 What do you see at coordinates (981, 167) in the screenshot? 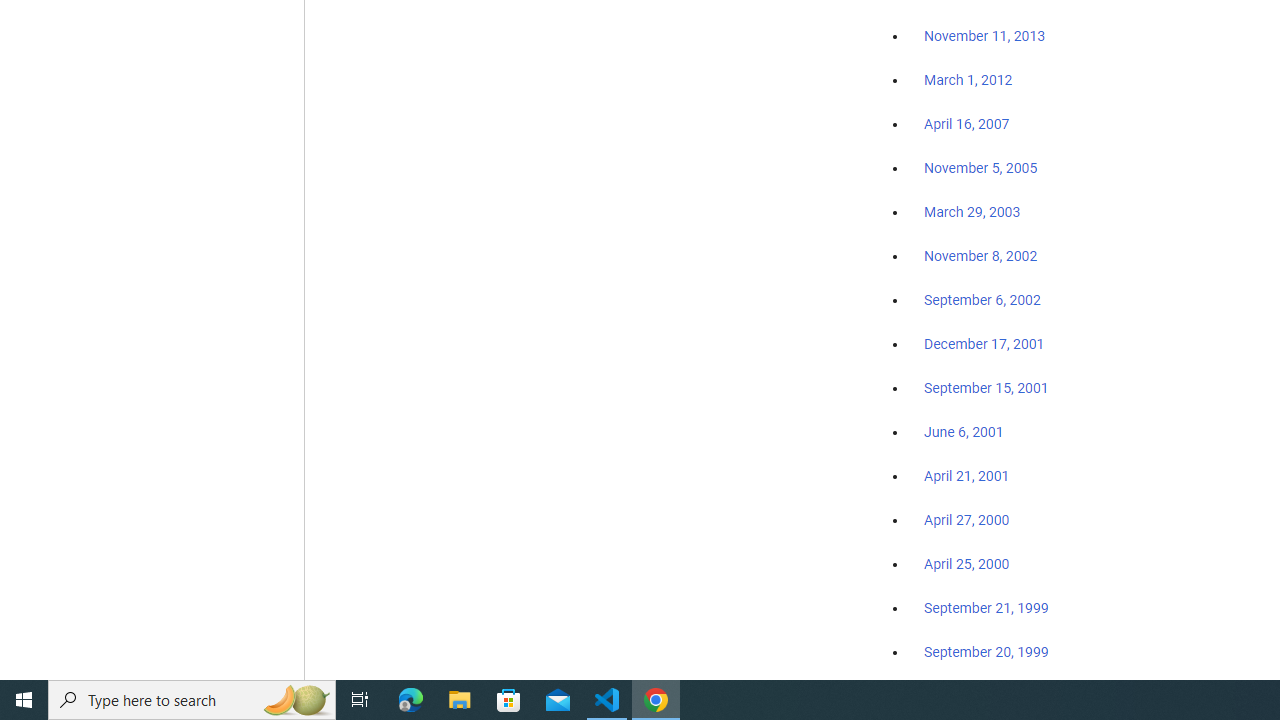
I see `'November 5, 2005'` at bounding box center [981, 167].